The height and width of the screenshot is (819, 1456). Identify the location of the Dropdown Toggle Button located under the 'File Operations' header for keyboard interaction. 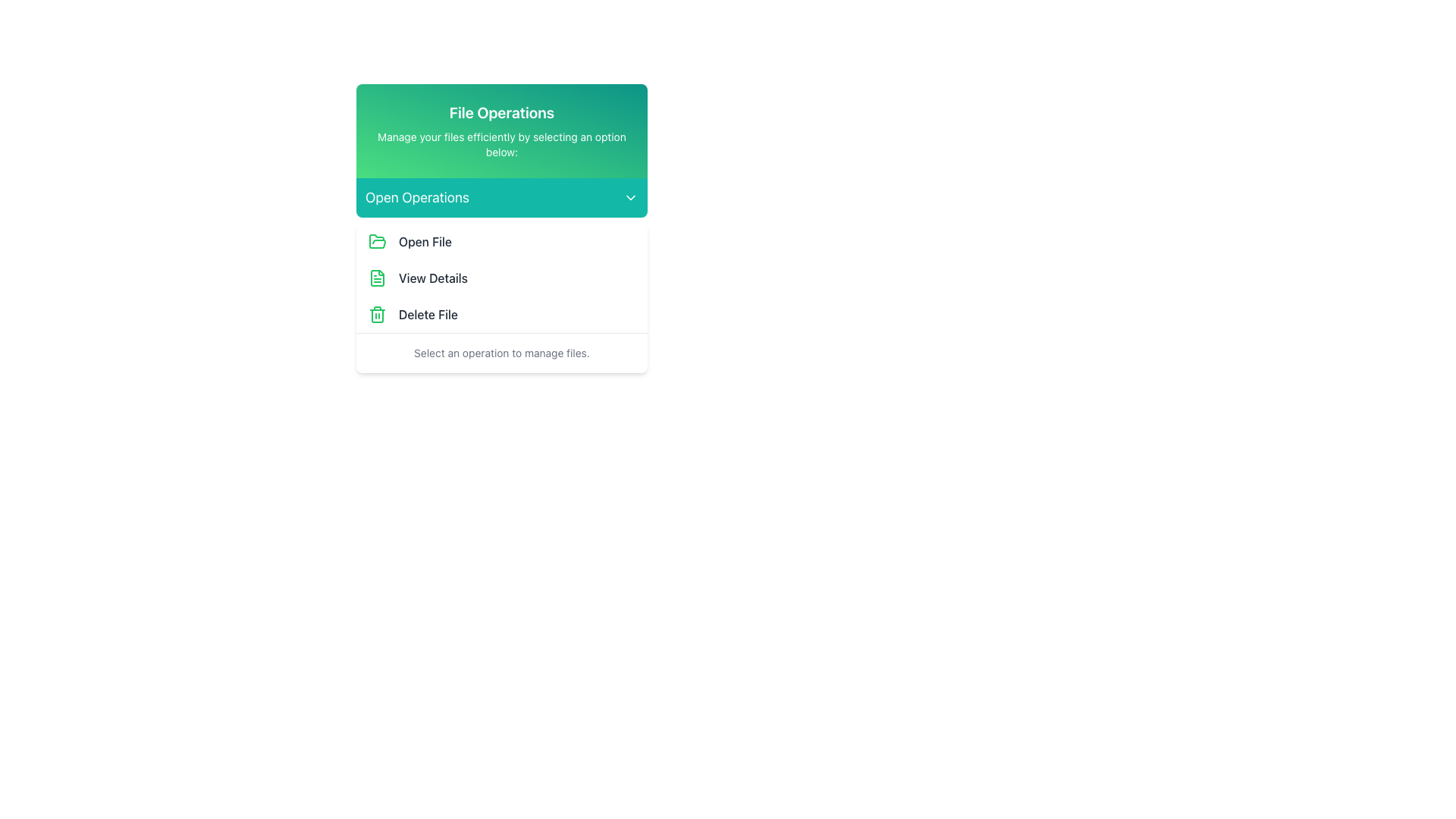
(502, 197).